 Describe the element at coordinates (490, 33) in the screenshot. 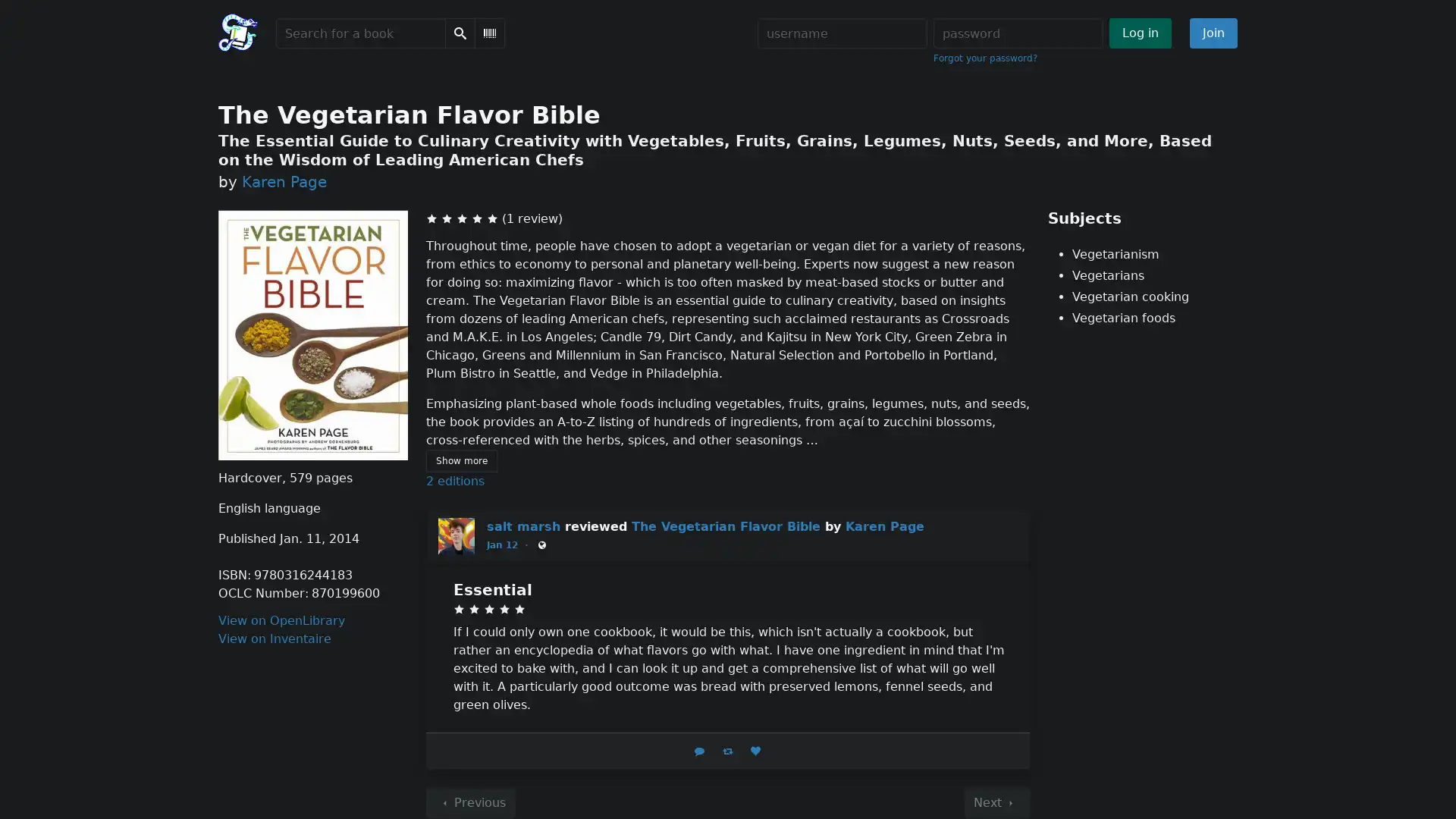

I see `Scan Barcode` at that location.